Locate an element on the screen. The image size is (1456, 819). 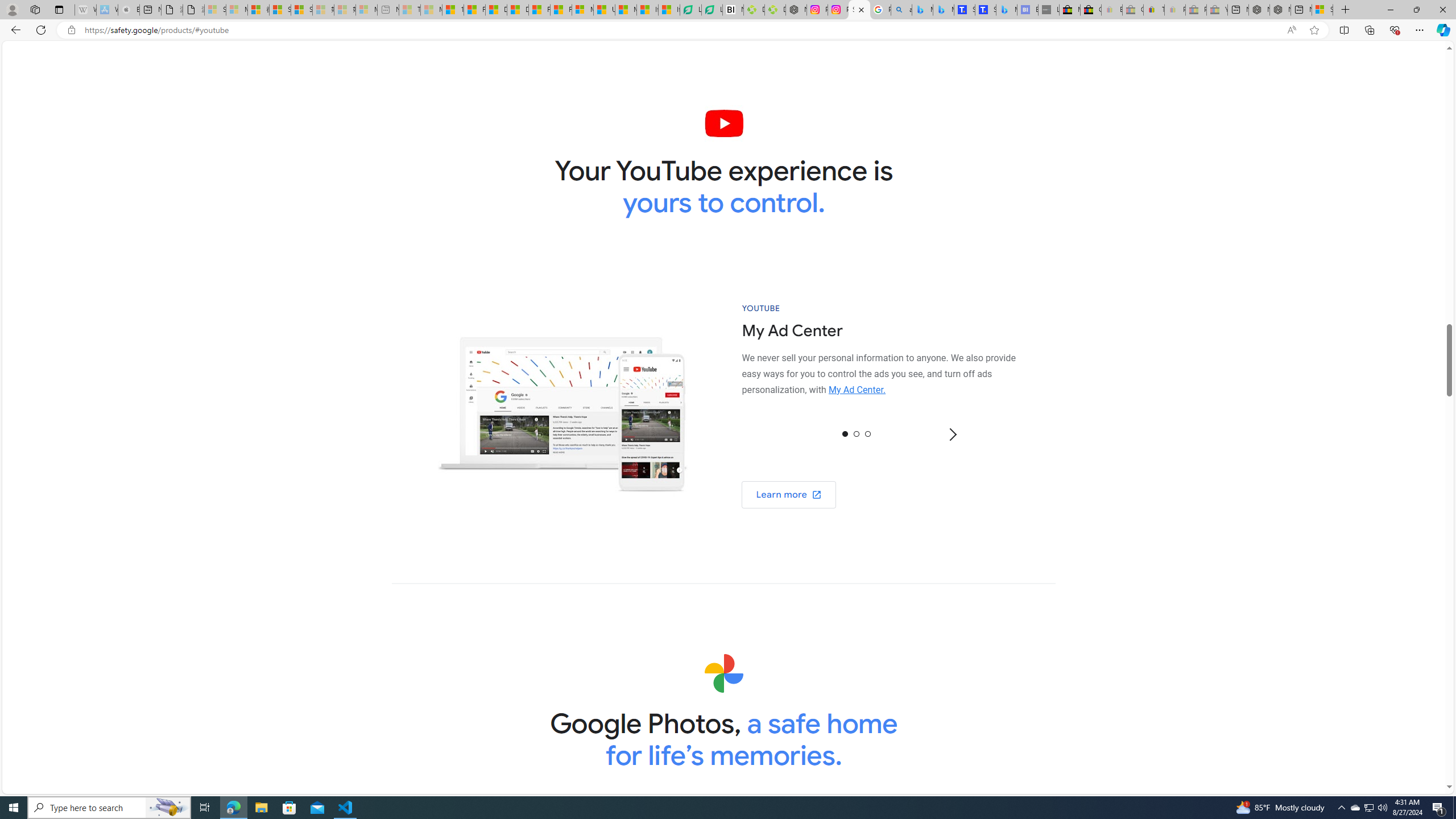
'Food and Drink - MSN' is located at coordinates (474, 9).